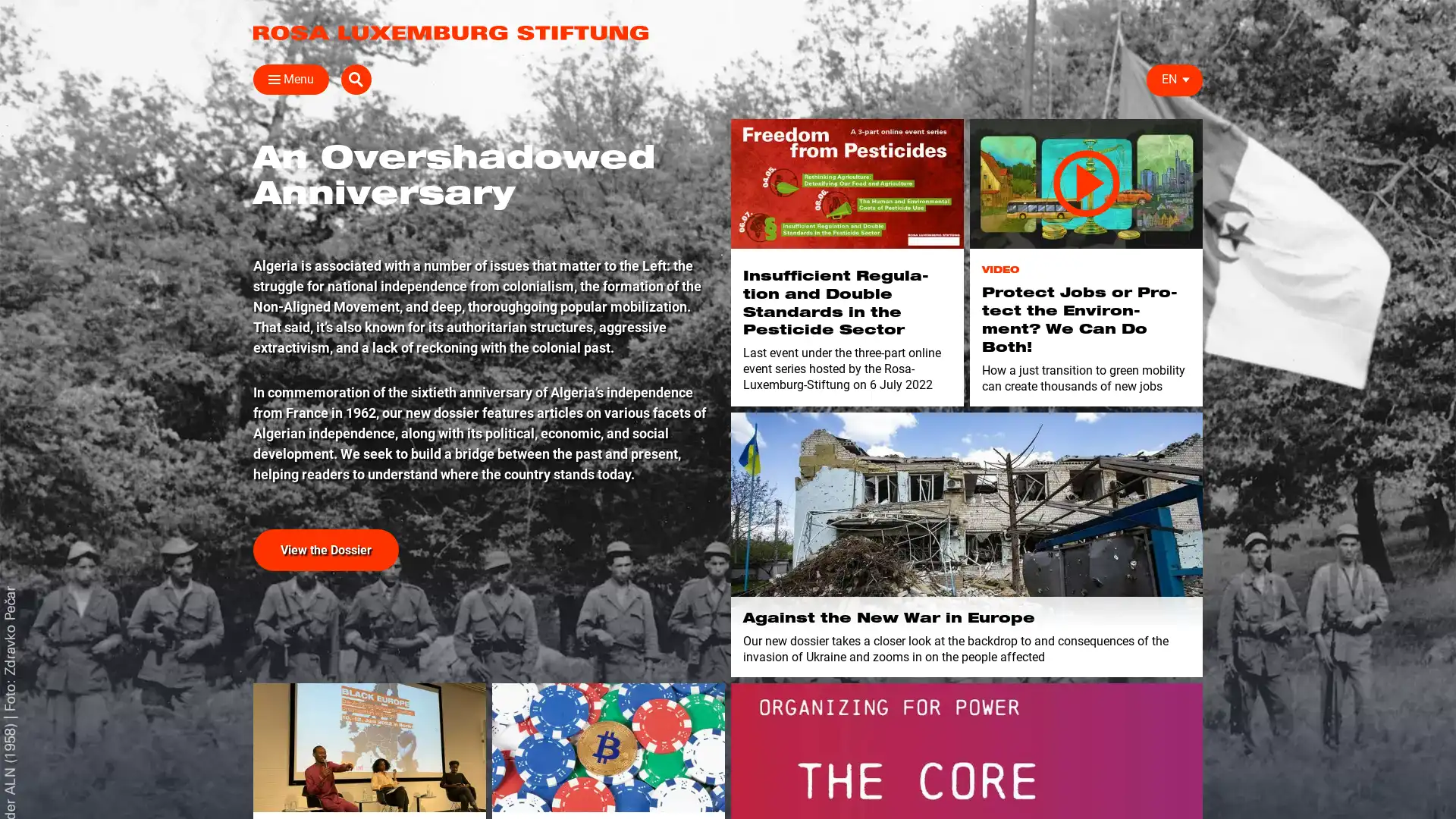 This screenshot has width=1456, height=819. What do you see at coordinates (483, 299) in the screenshot?
I see `Show more / less` at bounding box center [483, 299].